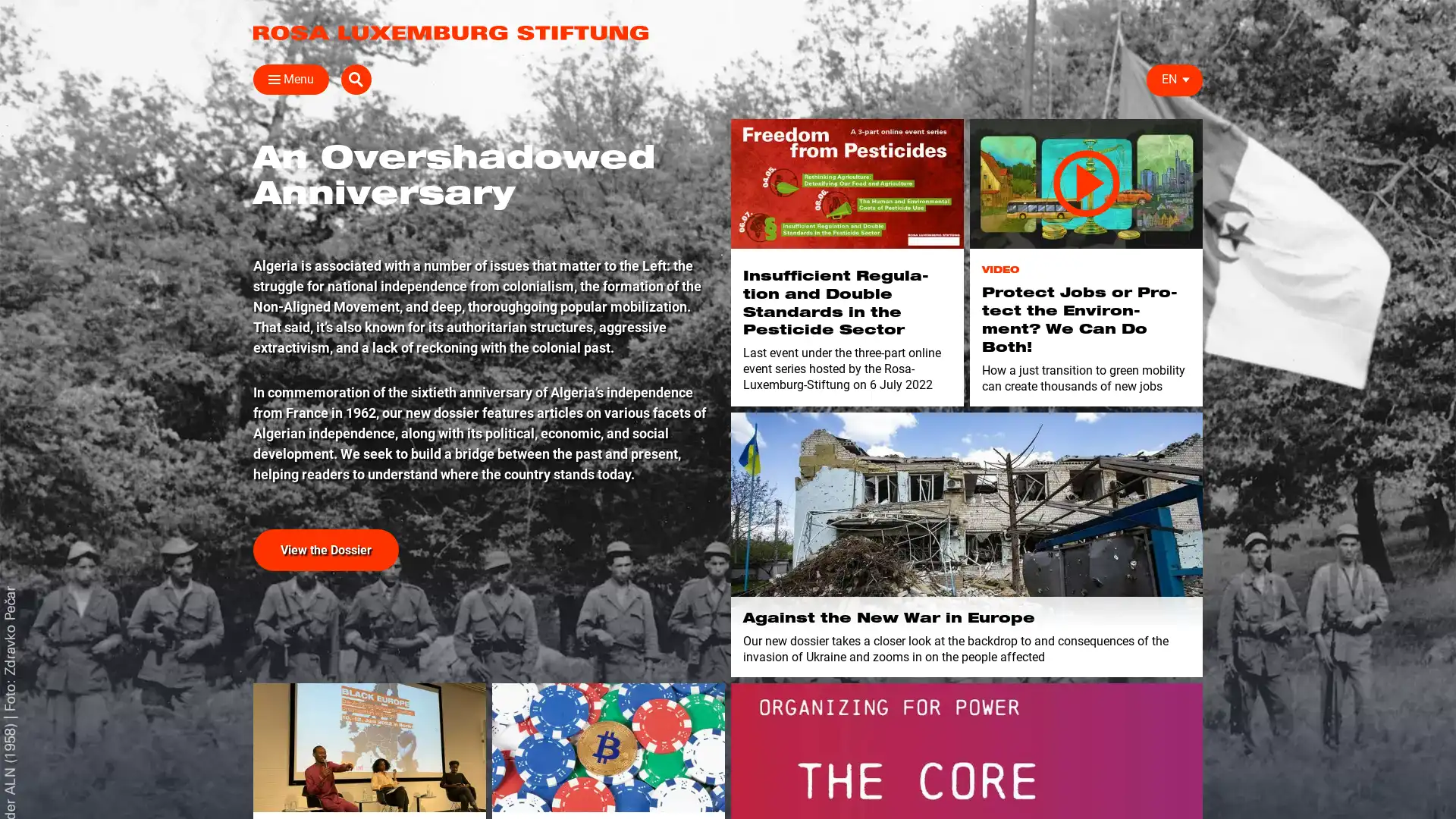 This screenshot has width=1456, height=819. What do you see at coordinates (483, 299) in the screenshot?
I see `Show more / less` at bounding box center [483, 299].